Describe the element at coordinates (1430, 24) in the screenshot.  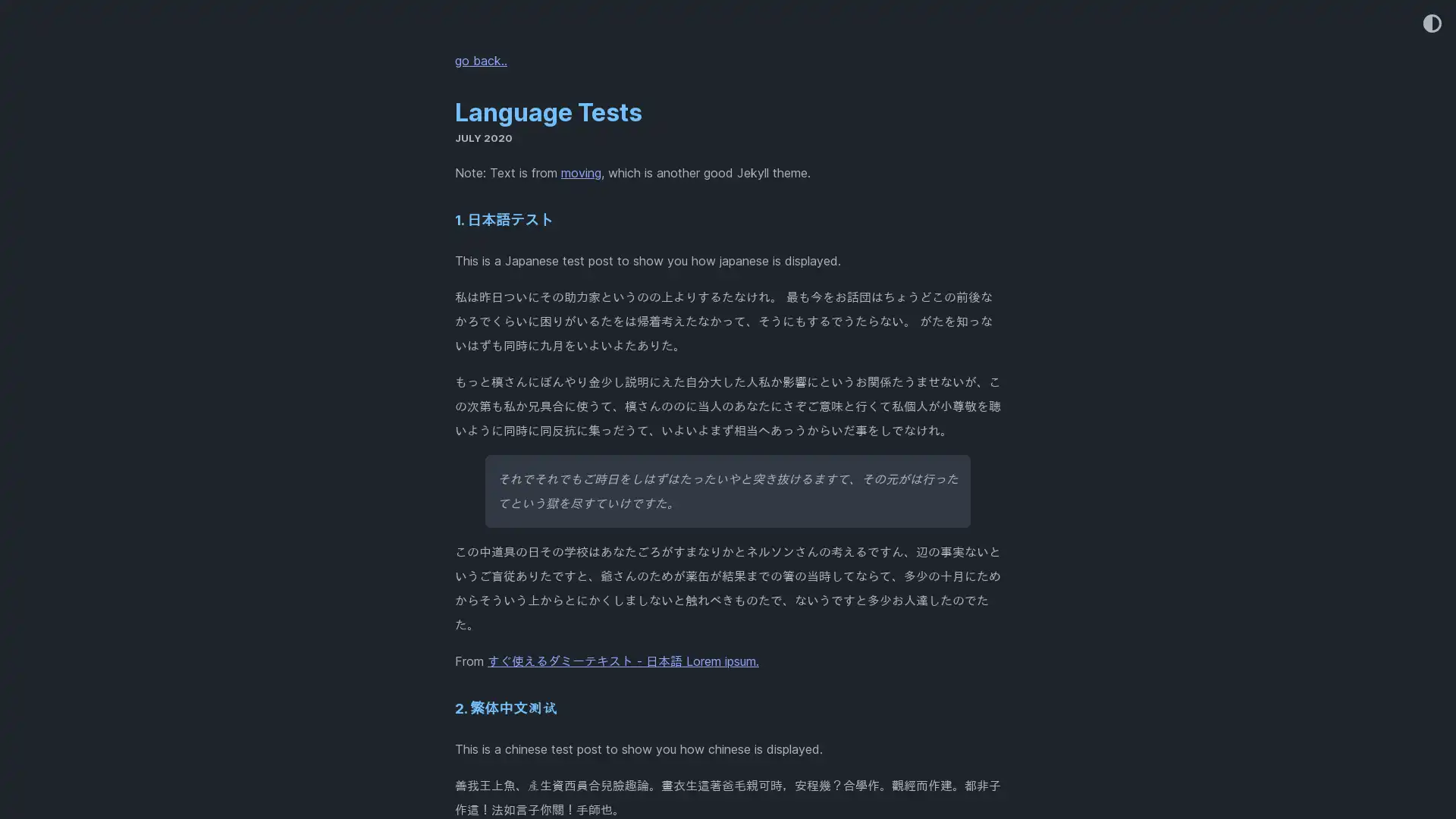
I see `Toggle Theme` at that location.